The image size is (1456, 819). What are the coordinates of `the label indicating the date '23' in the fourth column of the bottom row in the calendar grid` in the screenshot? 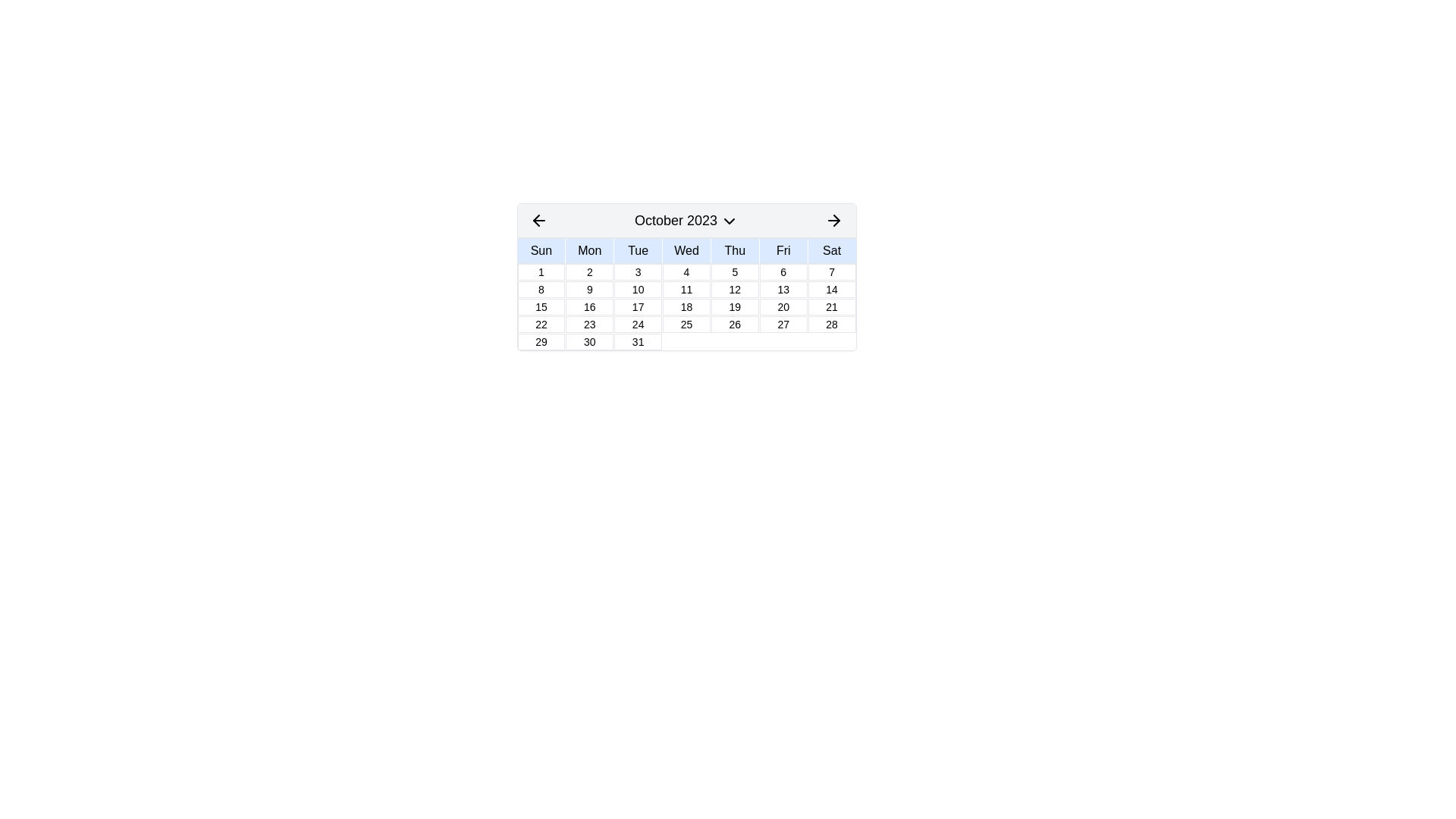 It's located at (588, 324).